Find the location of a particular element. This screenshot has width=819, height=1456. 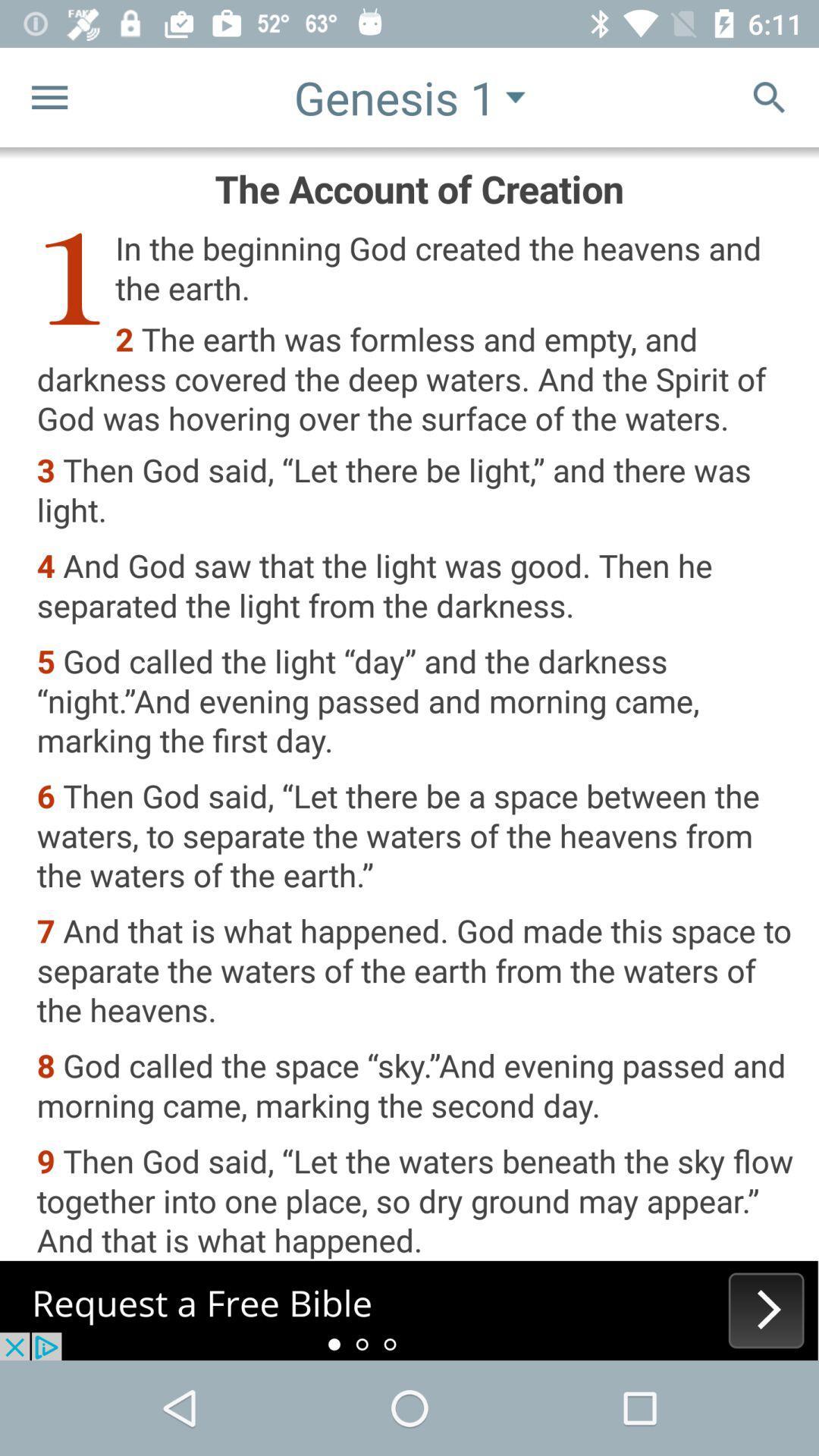

the search icon is located at coordinates (769, 96).